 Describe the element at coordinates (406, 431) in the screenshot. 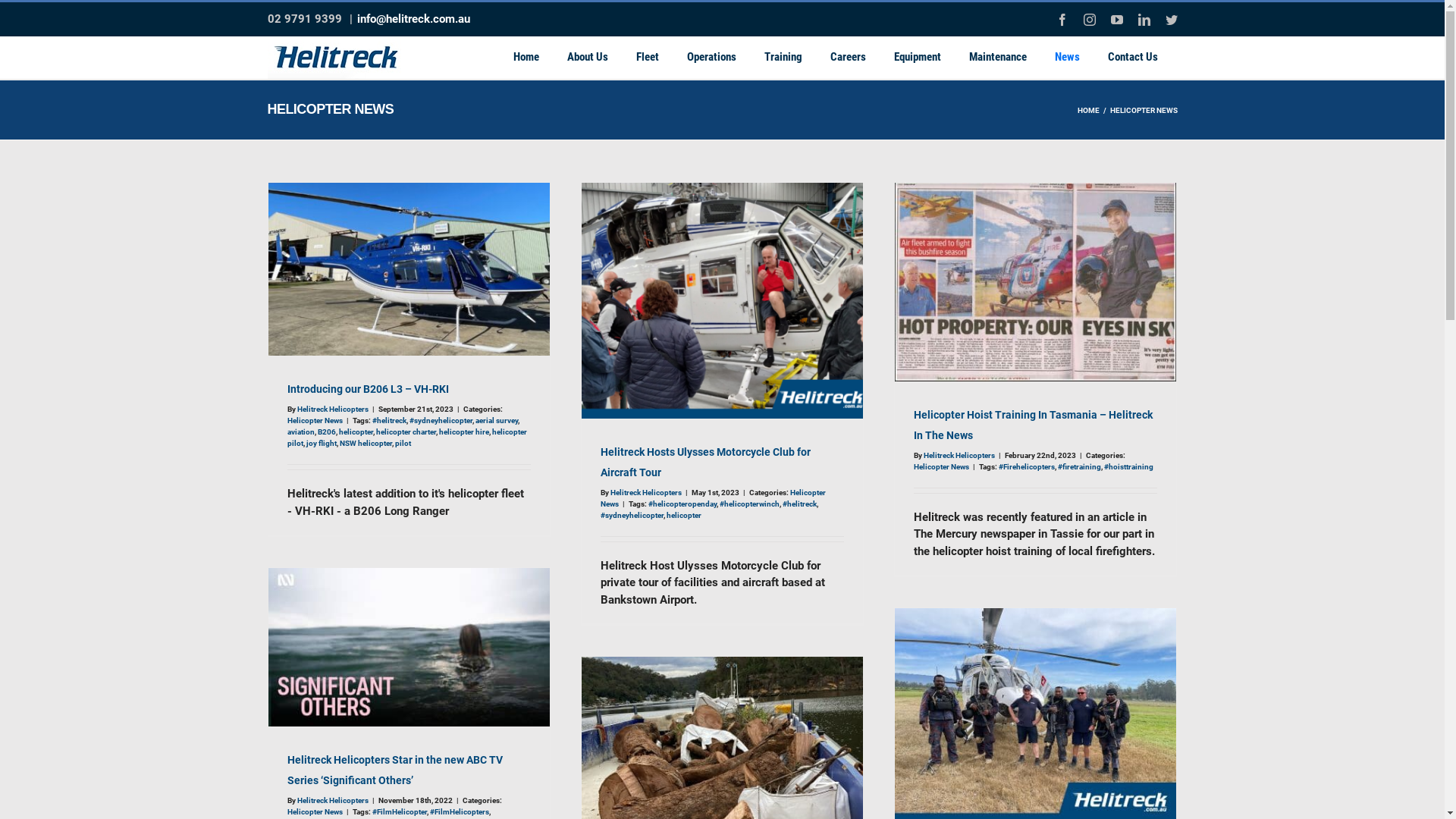

I see `'helicopter charter'` at that location.